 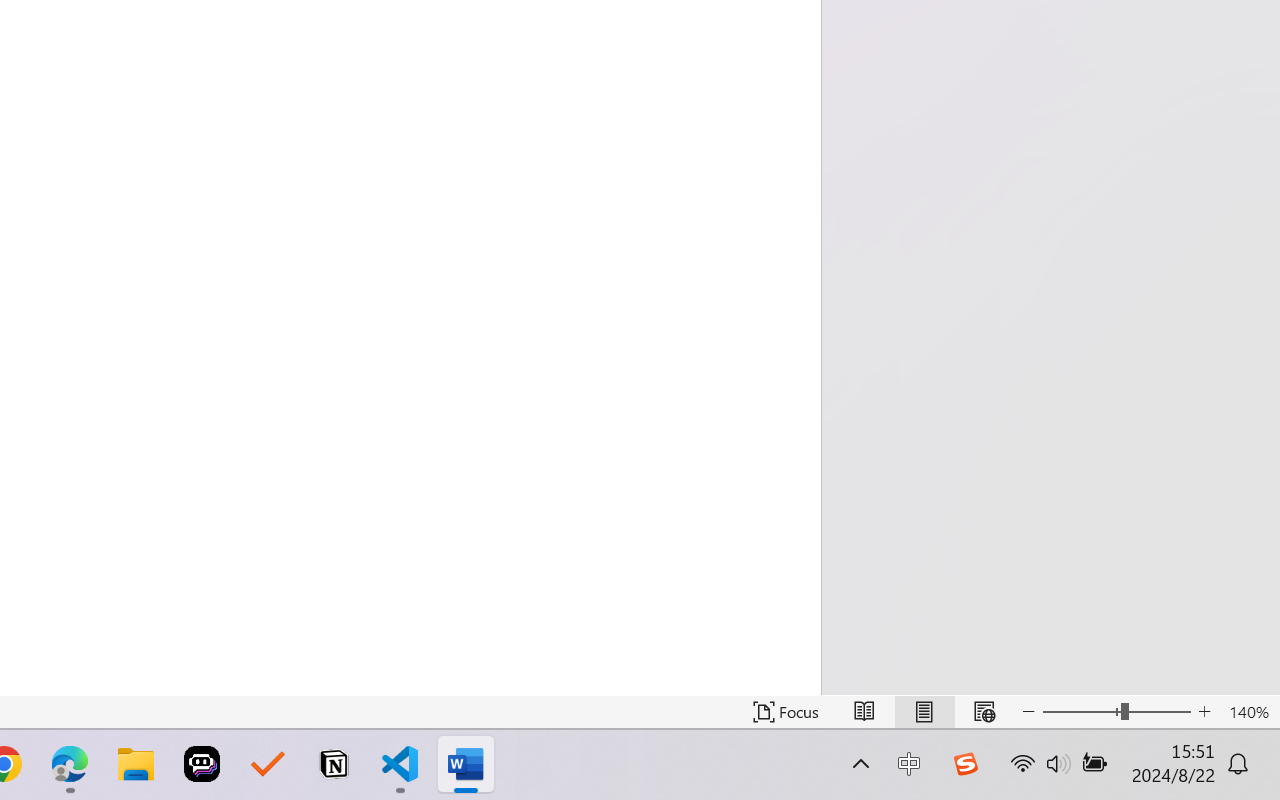 I want to click on 'Zoom 140%', so click(x=1248, y=711).